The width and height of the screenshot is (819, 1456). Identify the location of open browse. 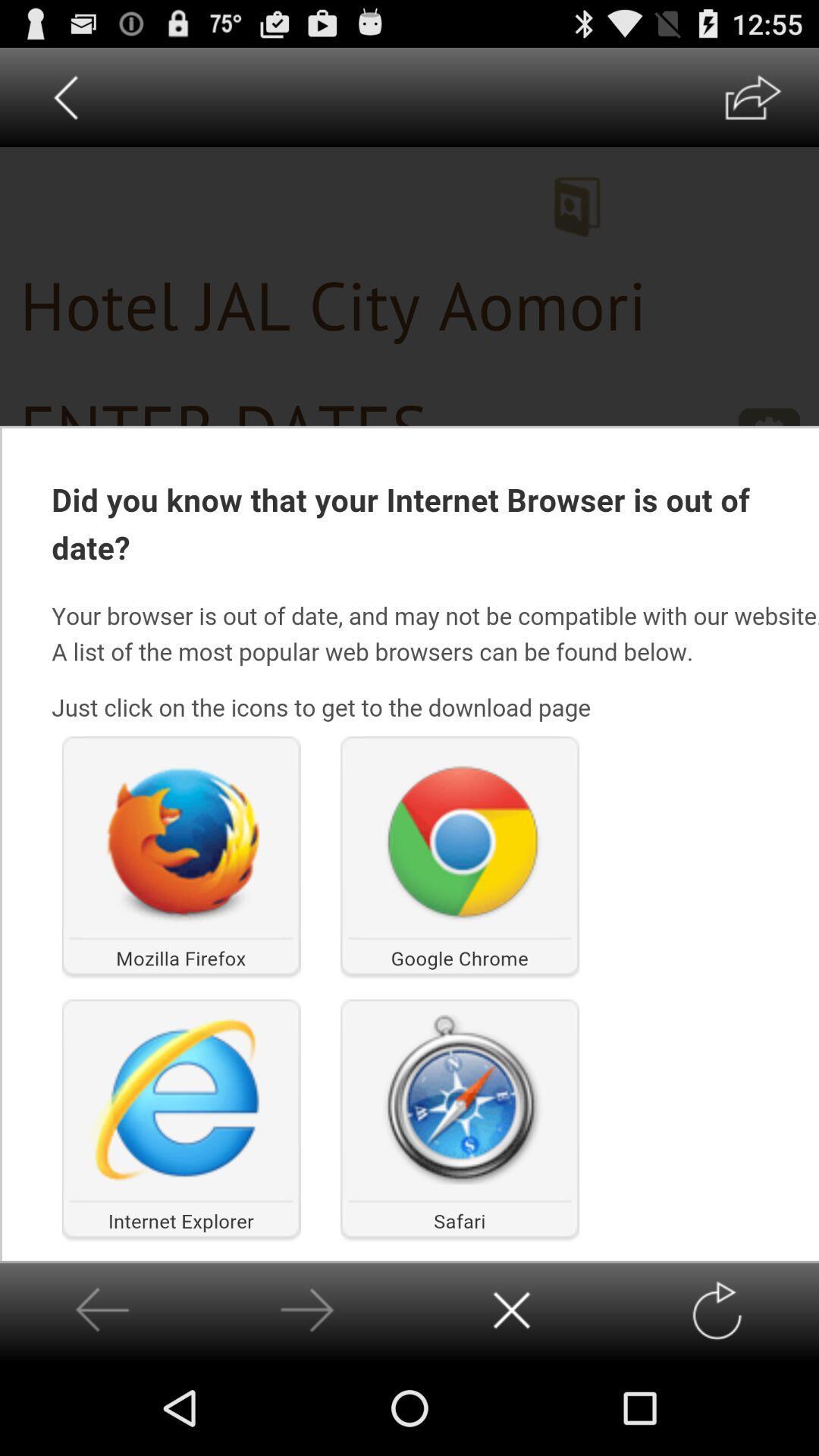
(752, 96).